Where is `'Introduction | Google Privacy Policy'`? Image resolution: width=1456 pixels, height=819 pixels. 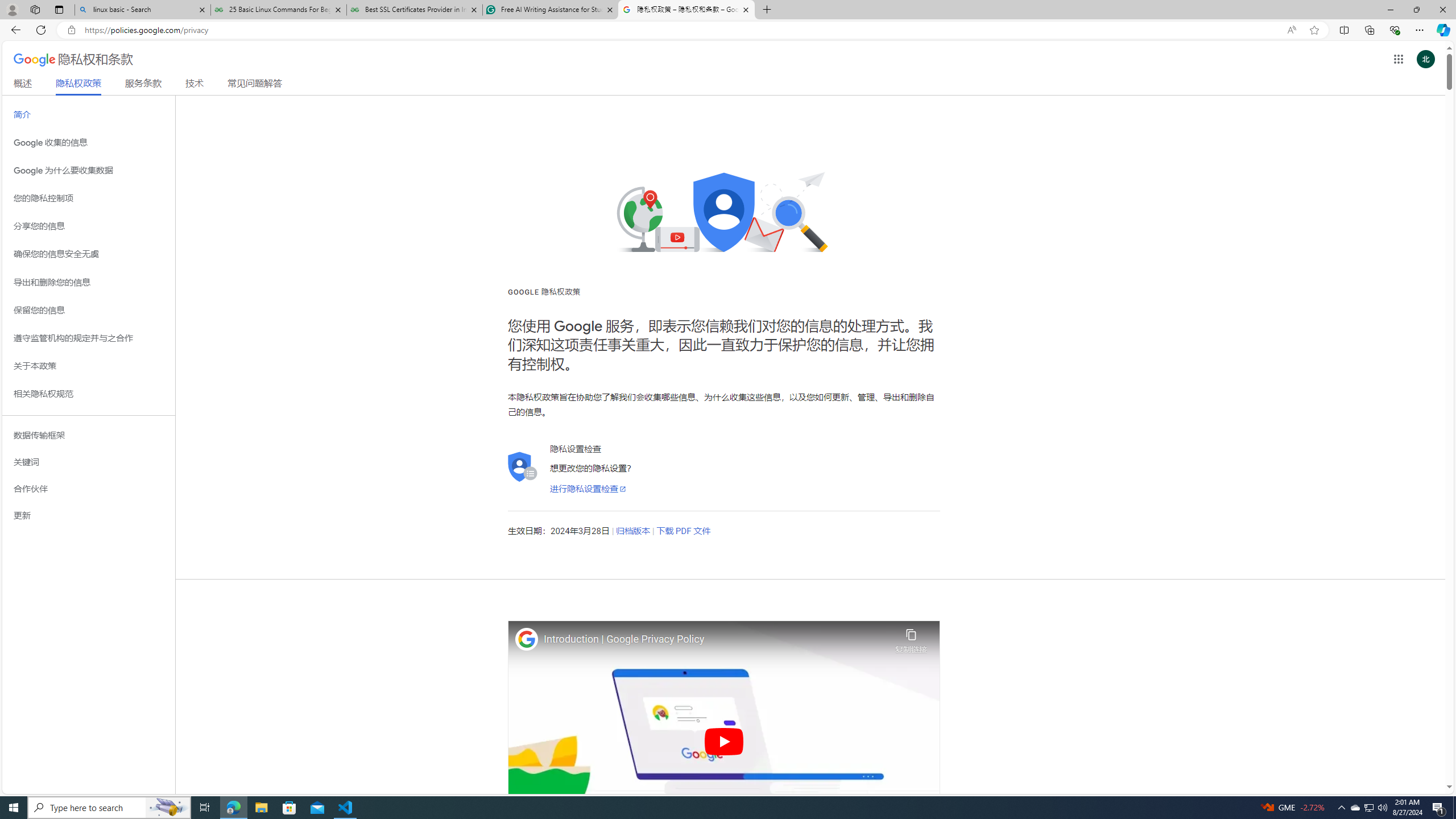
'Introduction | Google Privacy Policy' is located at coordinates (716, 639).